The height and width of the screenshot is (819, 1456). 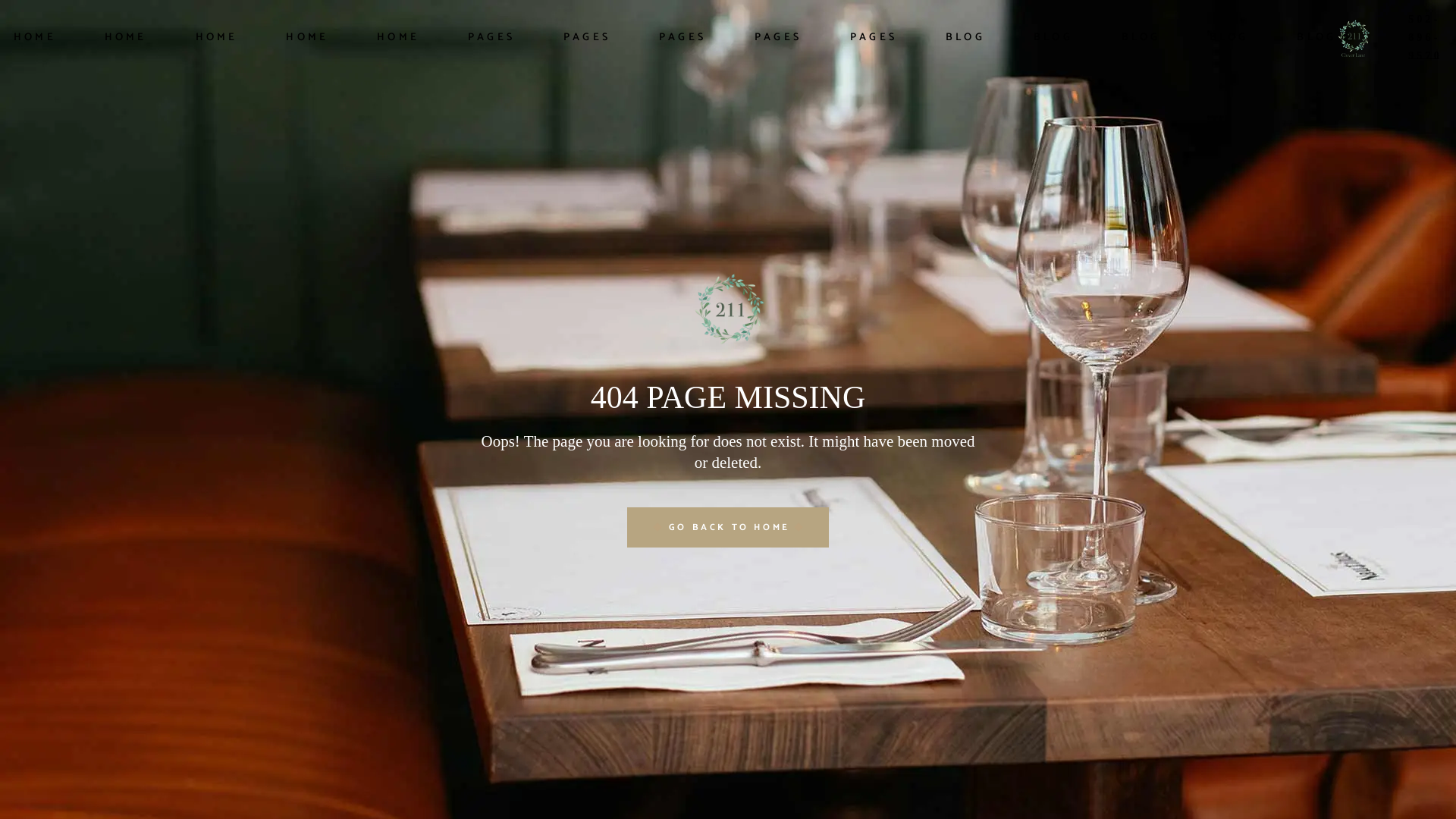 I want to click on 'BLOG', so click(x=945, y=37).